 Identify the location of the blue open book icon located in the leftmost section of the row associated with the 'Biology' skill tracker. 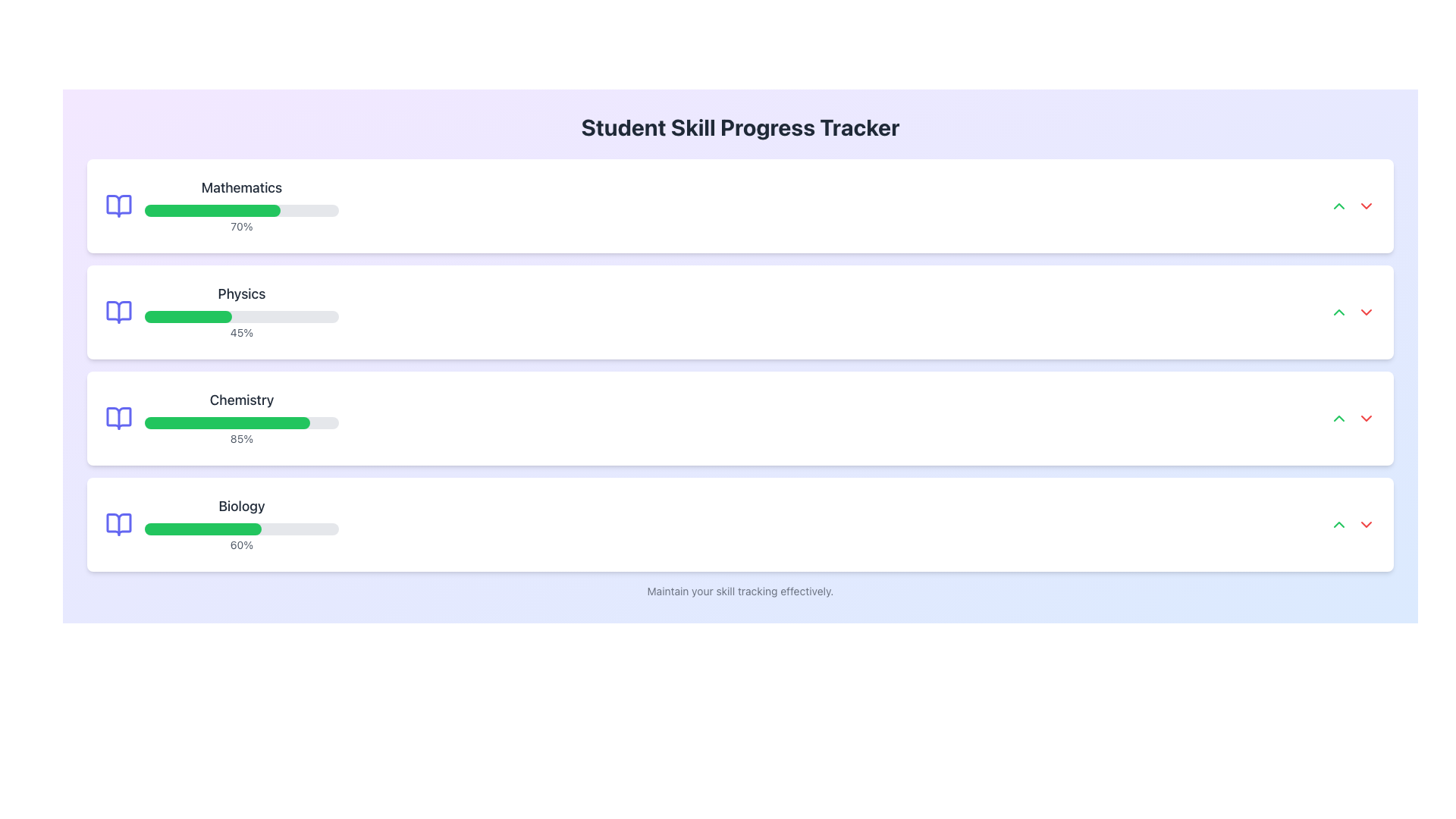
(118, 523).